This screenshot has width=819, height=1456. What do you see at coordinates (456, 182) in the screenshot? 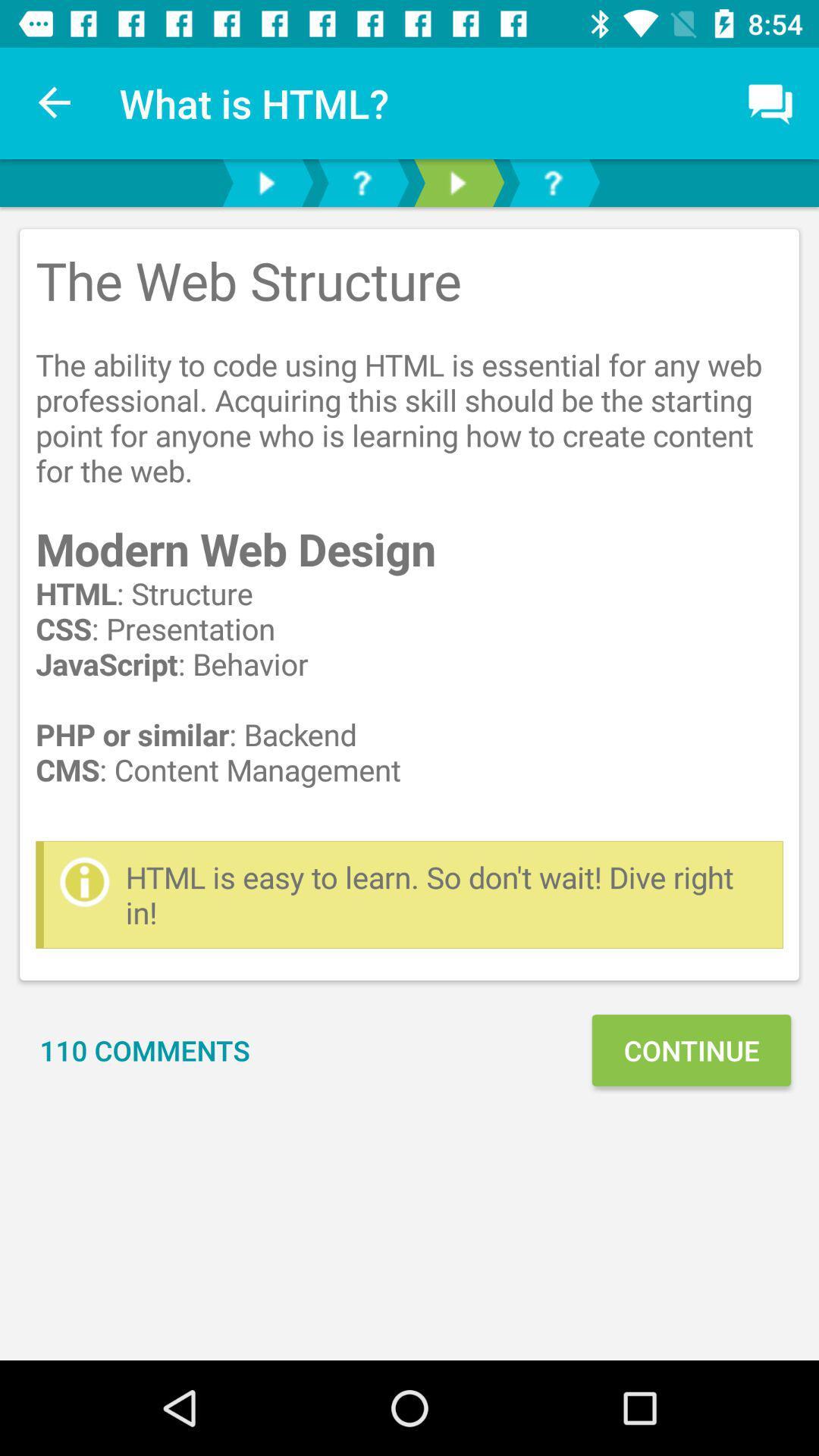
I see `next` at bounding box center [456, 182].